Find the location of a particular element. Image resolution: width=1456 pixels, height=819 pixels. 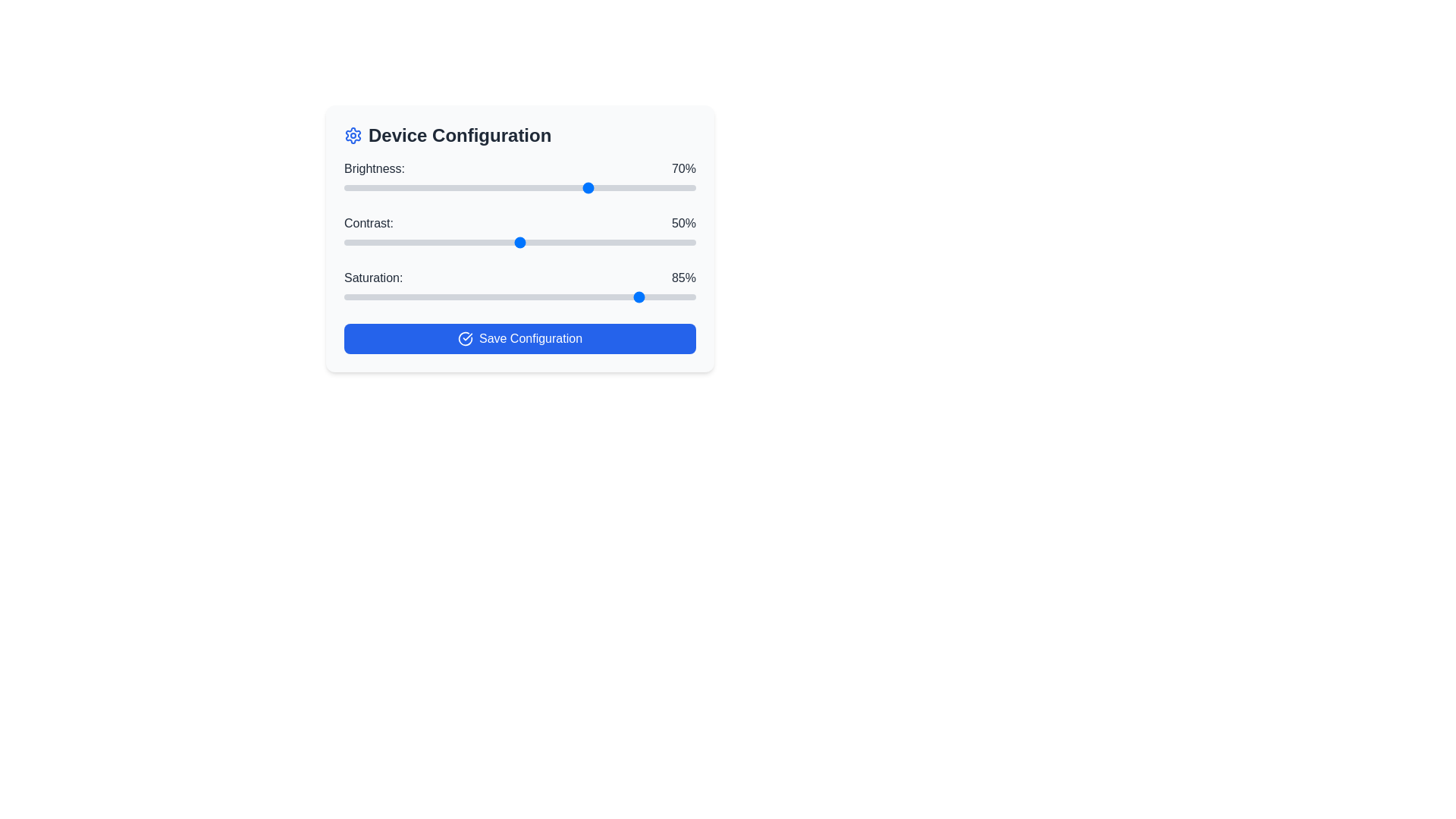

the text label displaying 'Brightness:' in black font, which is positioned at the top of the 'Device Configuration' panel, aligned horizontally with the numeric value '70%' is located at coordinates (375, 169).